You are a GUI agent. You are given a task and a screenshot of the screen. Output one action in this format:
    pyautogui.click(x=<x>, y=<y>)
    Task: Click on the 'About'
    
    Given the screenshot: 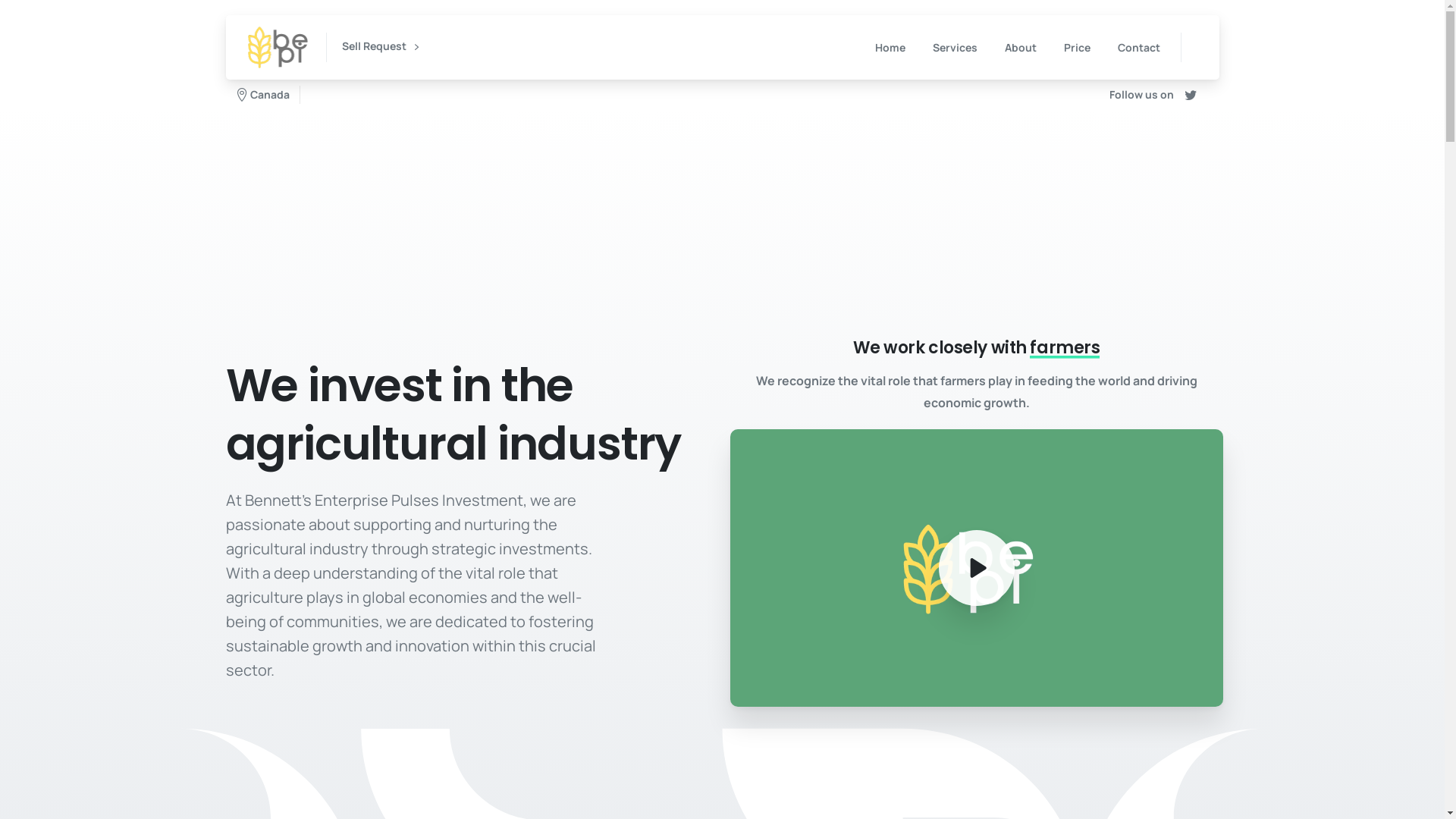 What is the action you would take?
    pyautogui.click(x=1019, y=46)
    